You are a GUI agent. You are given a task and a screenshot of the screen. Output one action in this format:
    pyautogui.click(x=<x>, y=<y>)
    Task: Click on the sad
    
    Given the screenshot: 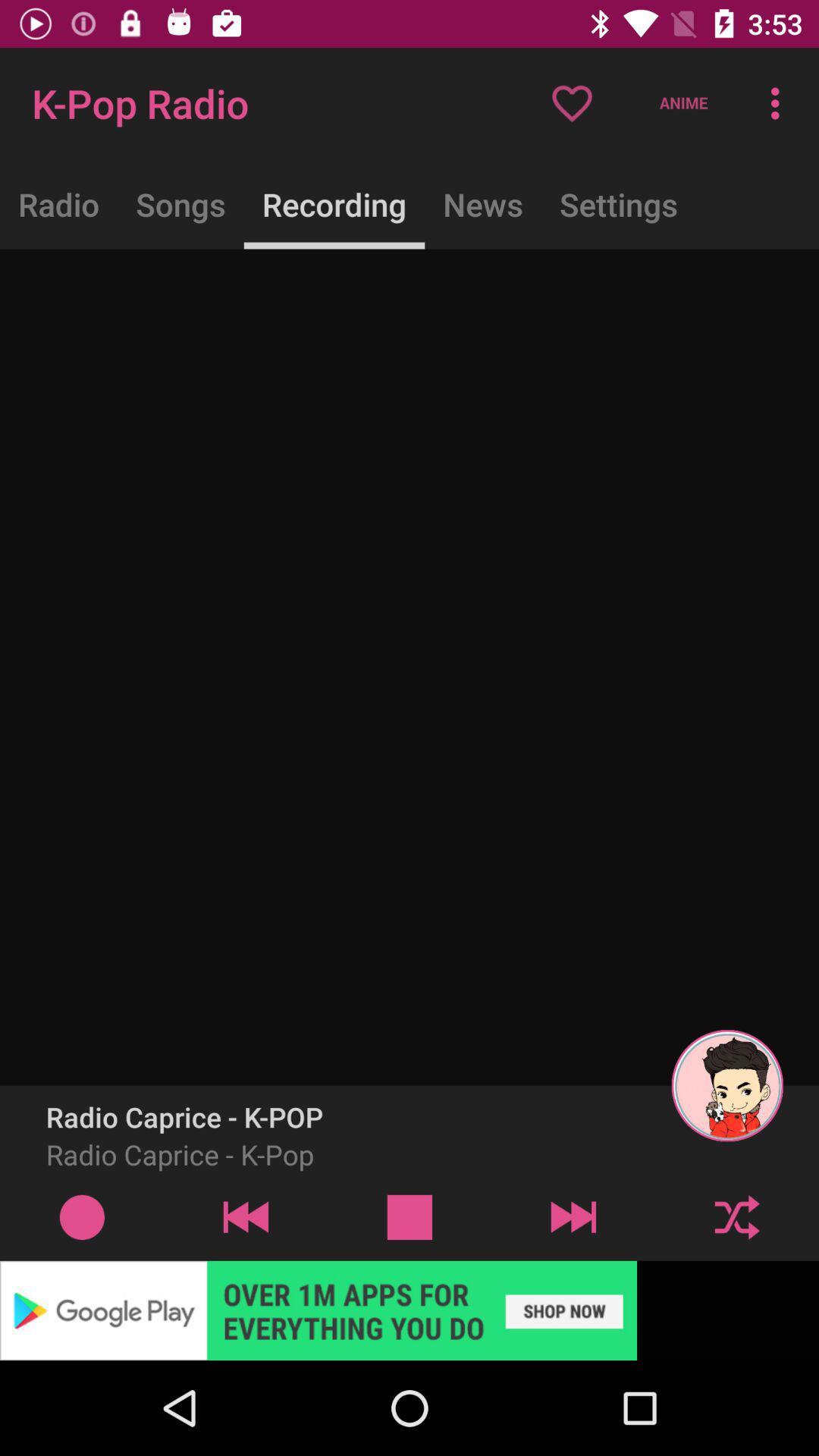 What is the action you would take?
    pyautogui.click(x=409, y=1216)
    